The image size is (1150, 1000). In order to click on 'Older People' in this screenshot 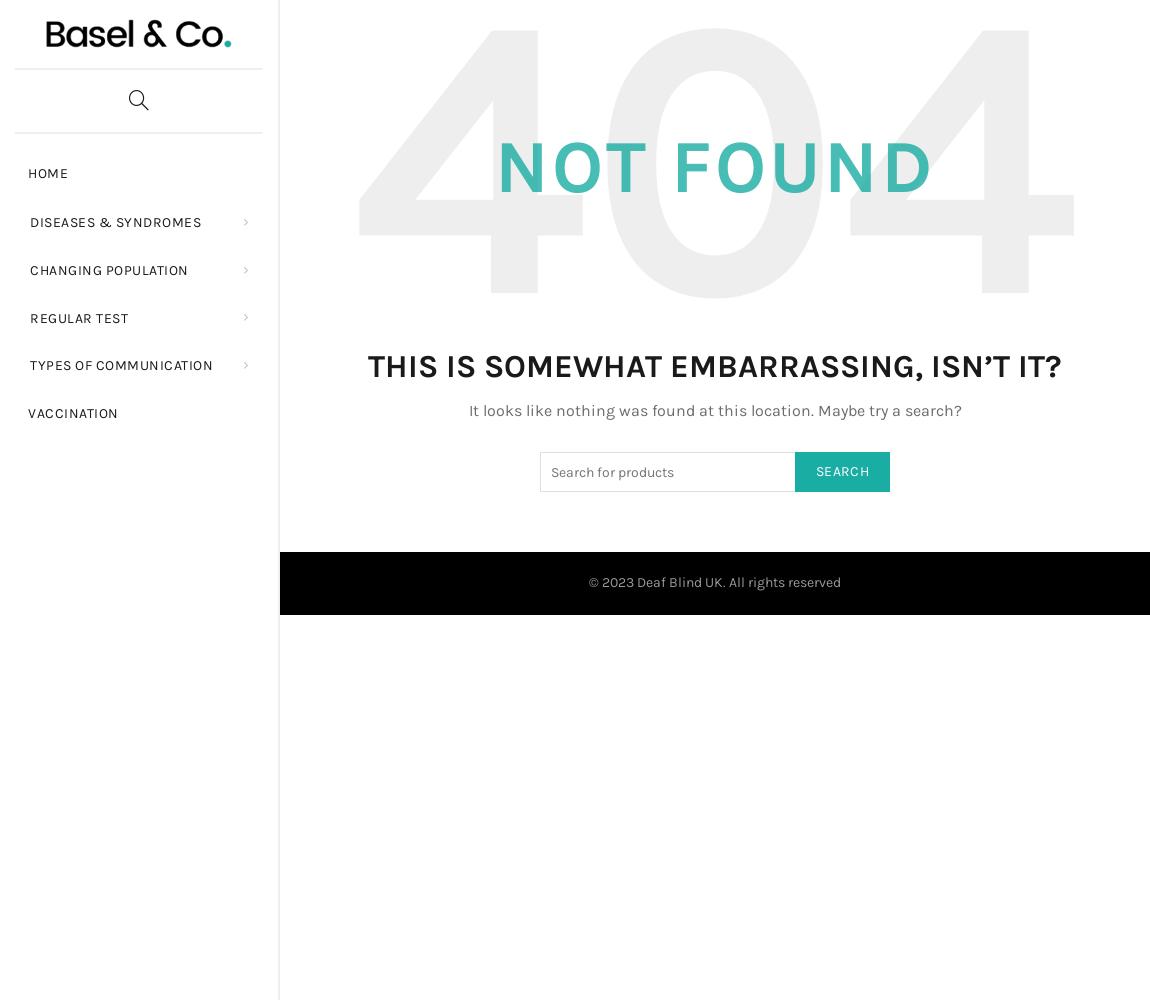, I will do `click(313, 276)`.